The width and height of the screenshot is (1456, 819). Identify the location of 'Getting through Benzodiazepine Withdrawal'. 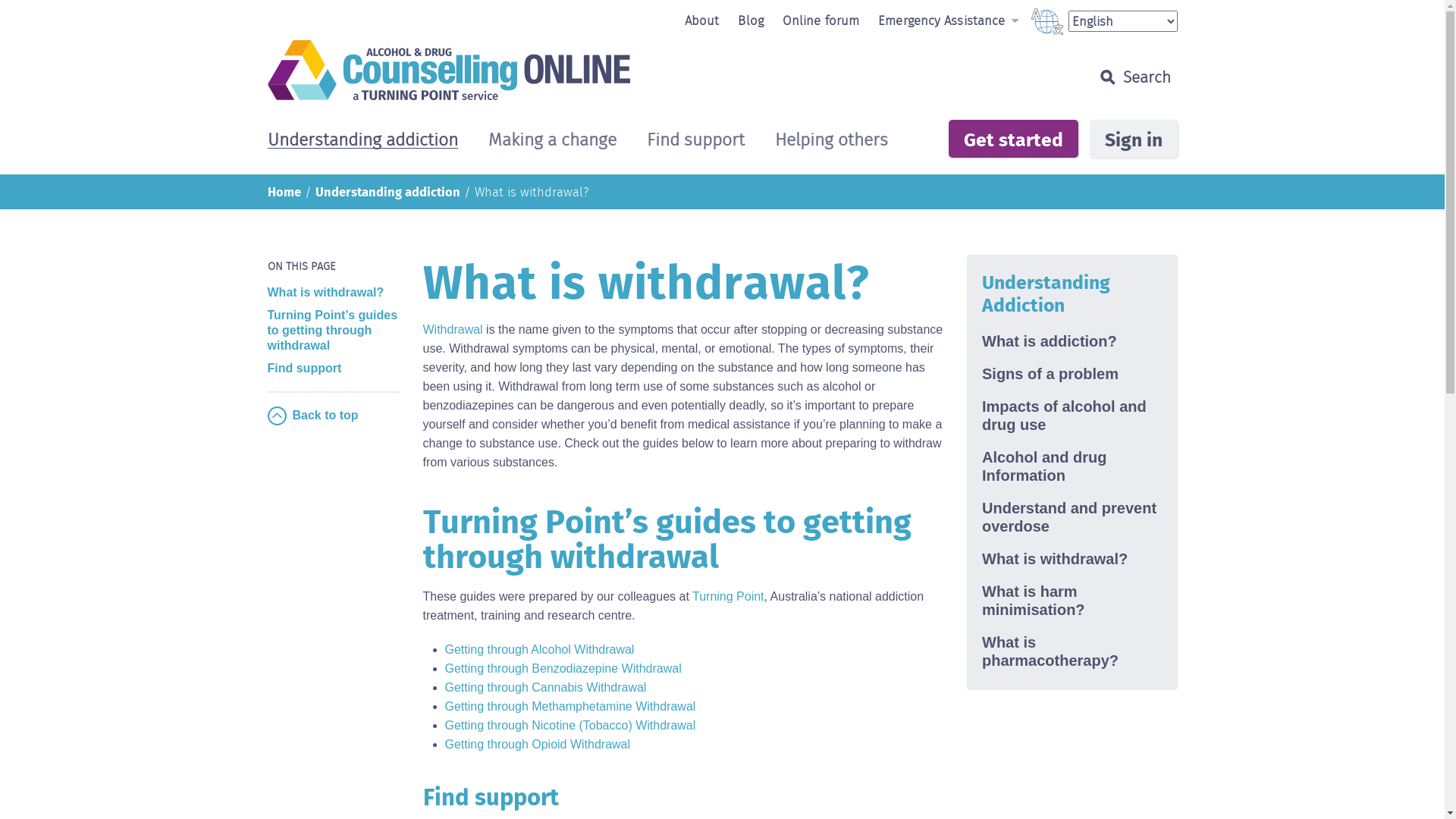
(562, 667).